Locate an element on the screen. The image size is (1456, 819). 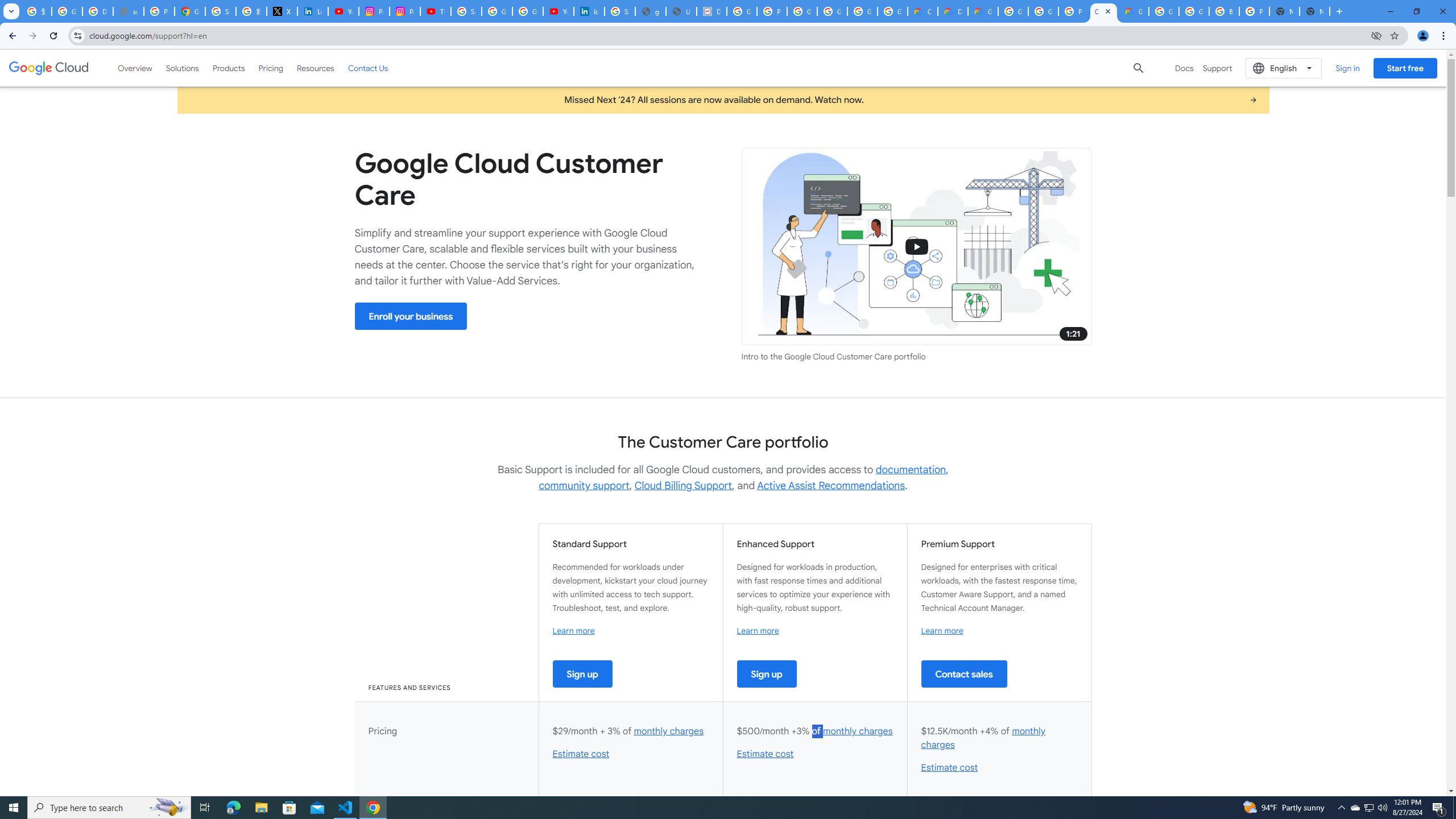
'Google Workspace - Specific Terms' is located at coordinates (862, 11).